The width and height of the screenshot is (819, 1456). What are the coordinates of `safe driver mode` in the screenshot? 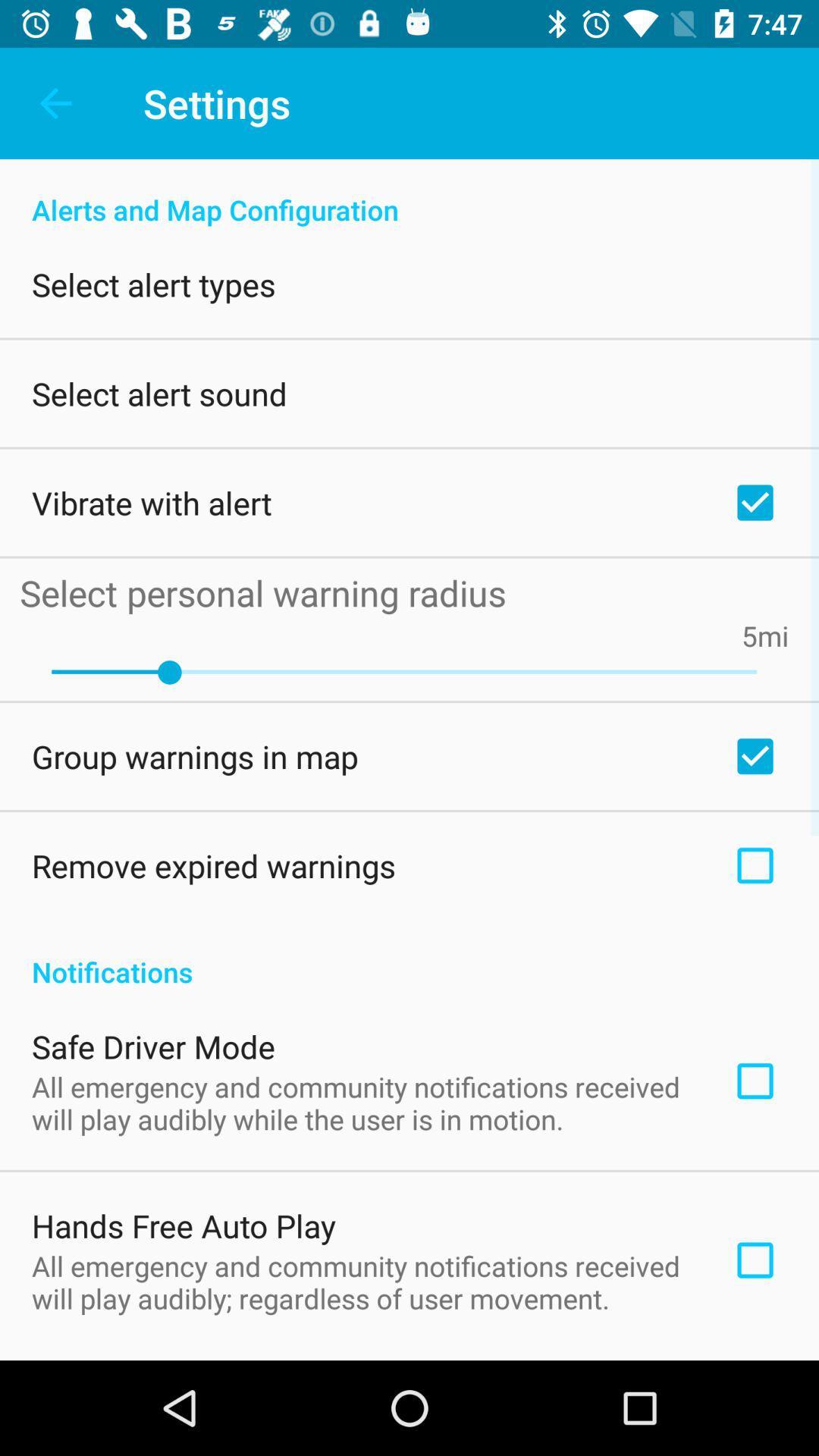 It's located at (153, 1046).